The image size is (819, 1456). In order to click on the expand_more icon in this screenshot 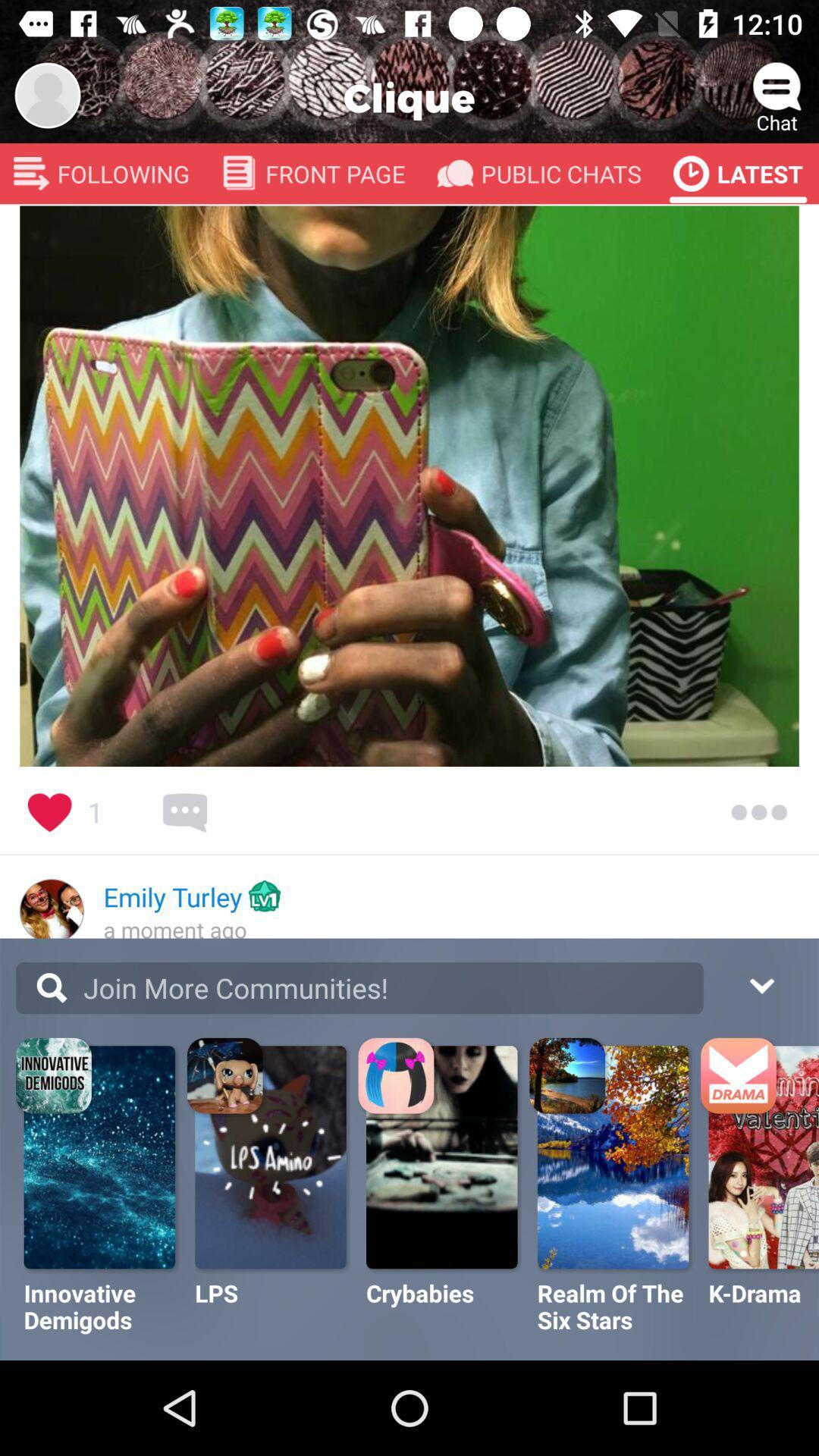, I will do `click(761, 984)`.